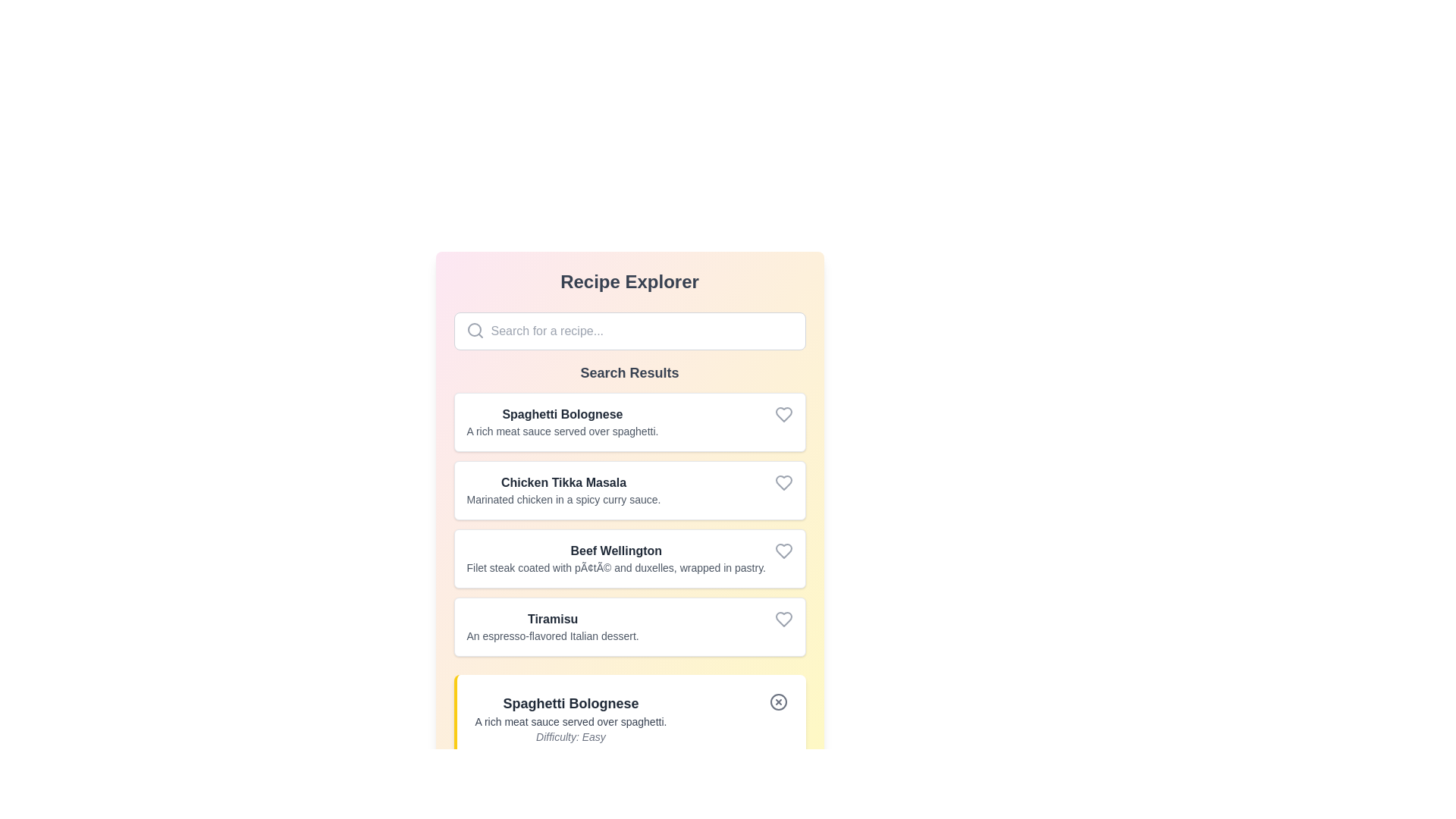 The width and height of the screenshot is (1456, 819). What do you see at coordinates (778, 701) in the screenshot?
I see `the icon button represented as a circle with an 'X' inside, located at the top-right corner of the 'Spaghetti Bolognese' card` at bounding box center [778, 701].